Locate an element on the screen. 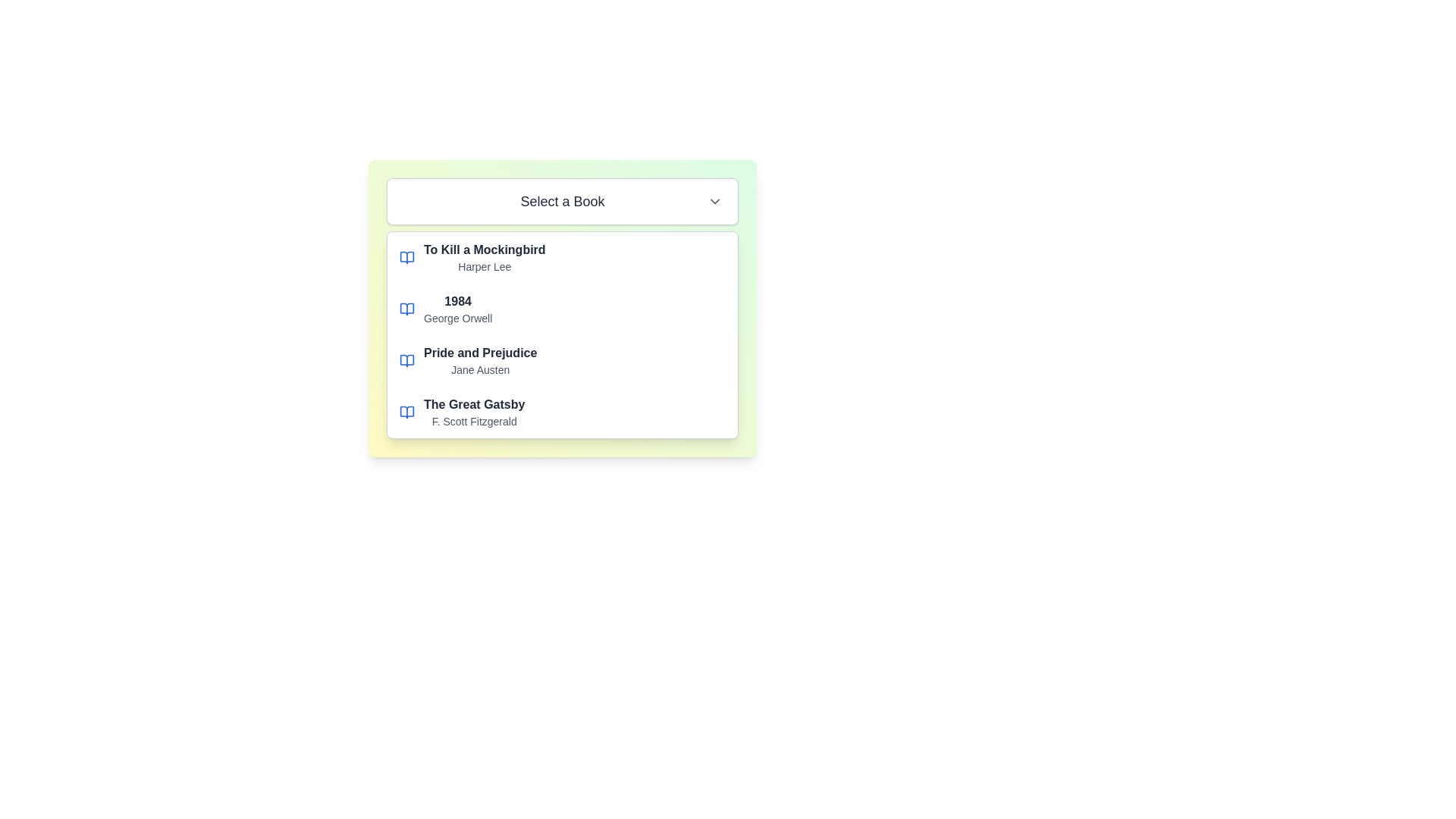 Image resolution: width=1456 pixels, height=819 pixels. the non-interactive text label indicating the title of a book in the dropdown list, which is the second item in the list, positioned above 'Pride and Prejudice' and below 'To Kill a Mockingbird' is located at coordinates (457, 301).